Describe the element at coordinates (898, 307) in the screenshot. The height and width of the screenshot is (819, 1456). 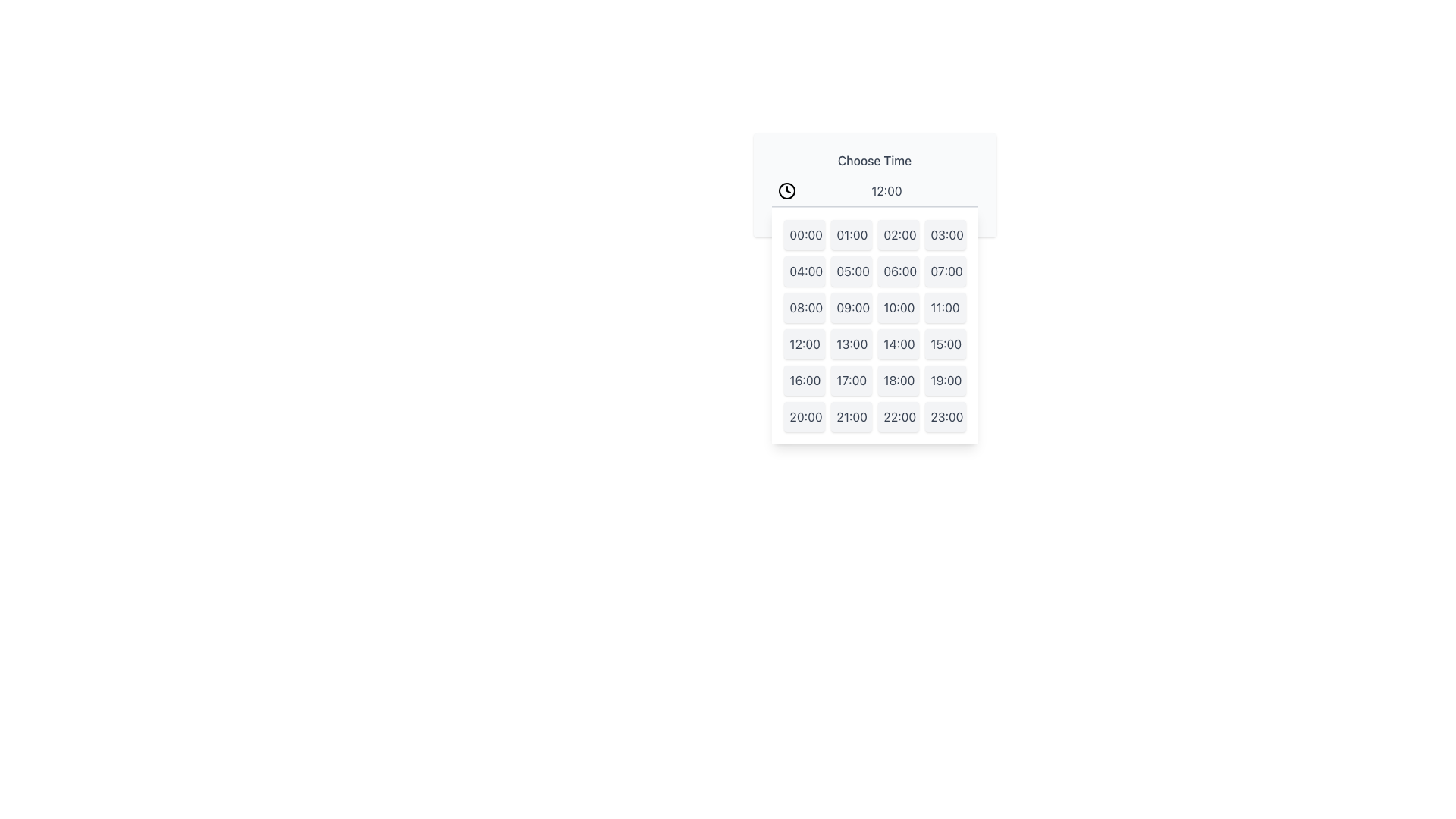
I see `the '10:00' button in the time picker dropdown` at that location.